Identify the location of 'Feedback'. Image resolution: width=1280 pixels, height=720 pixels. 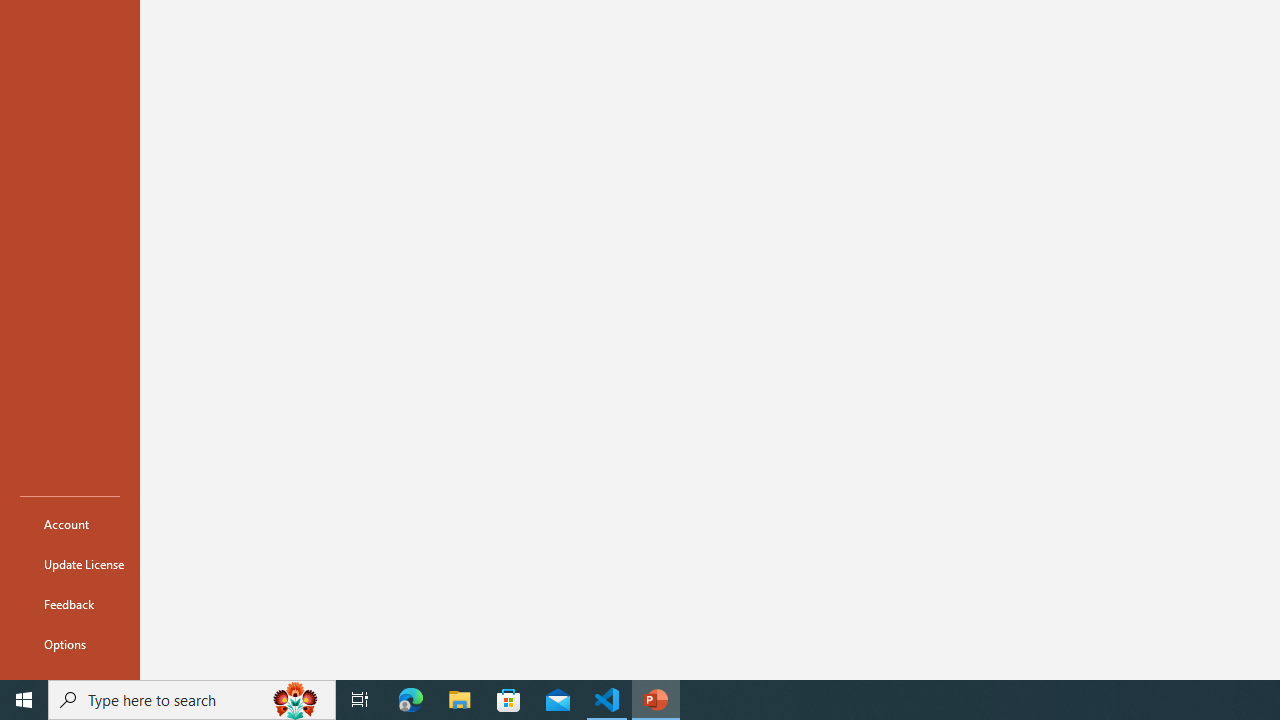
(69, 603).